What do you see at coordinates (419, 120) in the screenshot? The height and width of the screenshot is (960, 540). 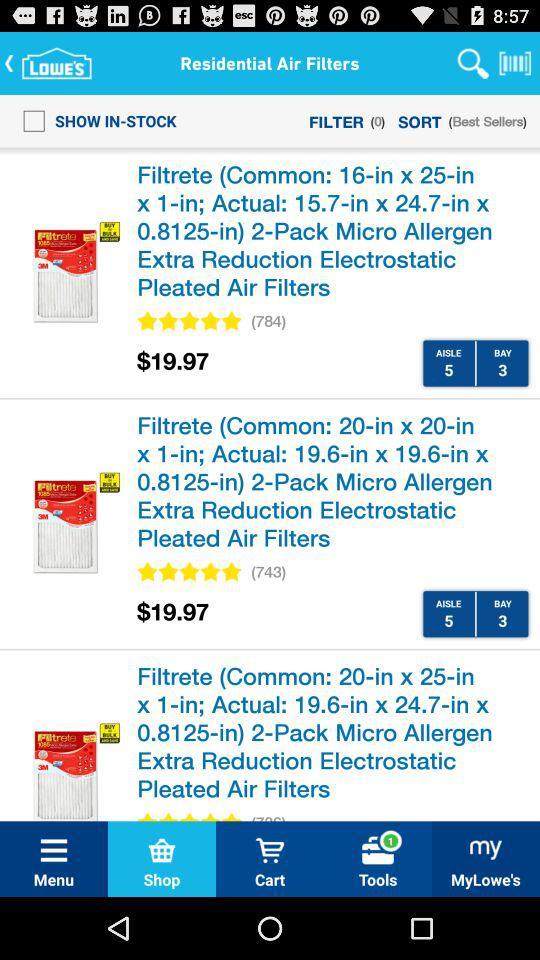 I see `item next to (0) icon` at bounding box center [419, 120].